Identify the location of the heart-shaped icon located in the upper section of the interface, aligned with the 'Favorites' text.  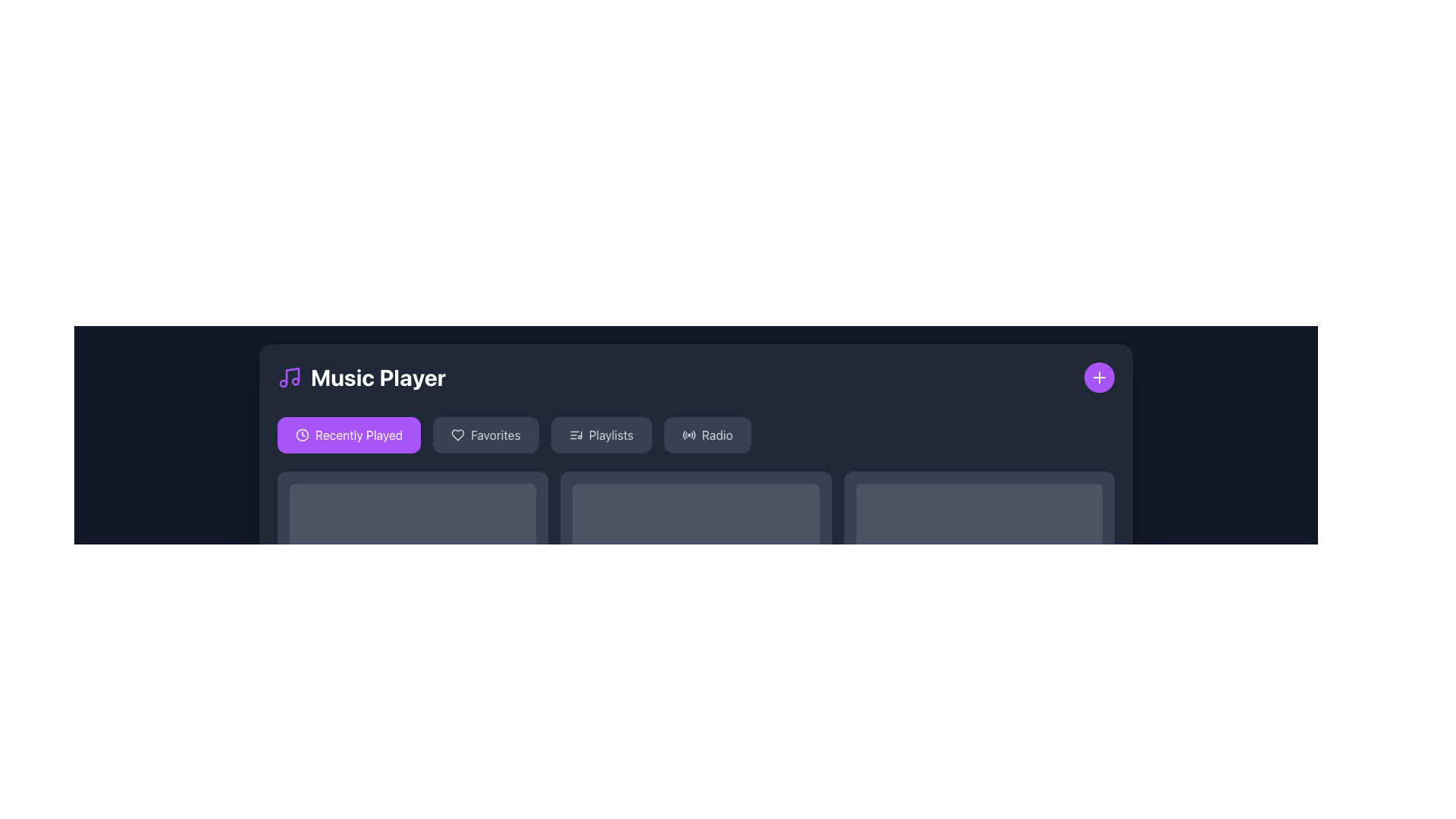
(457, 435).